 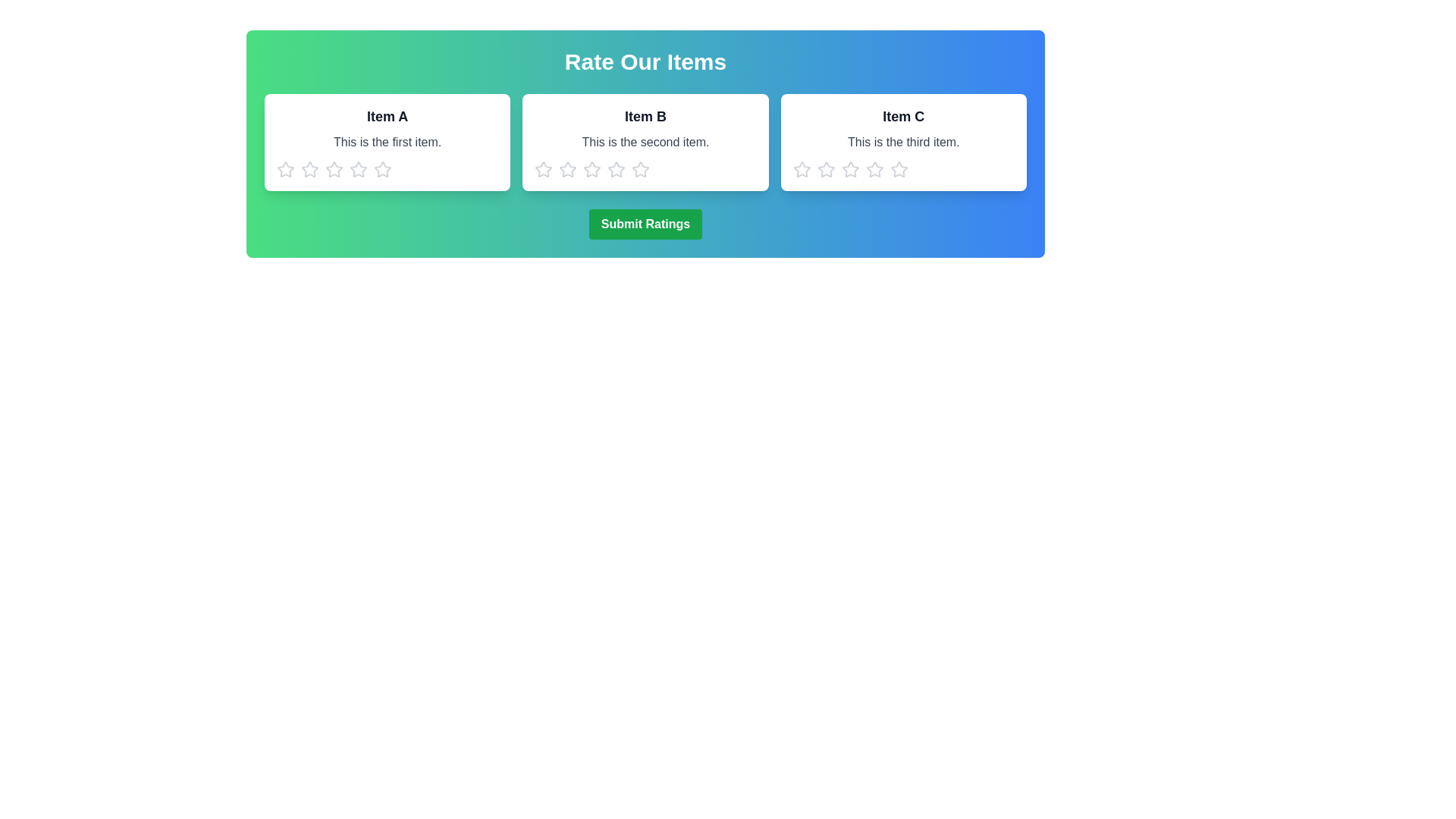 I want to click on the star corresponding to 3 to preview the rating, so click(x=334, y=169).